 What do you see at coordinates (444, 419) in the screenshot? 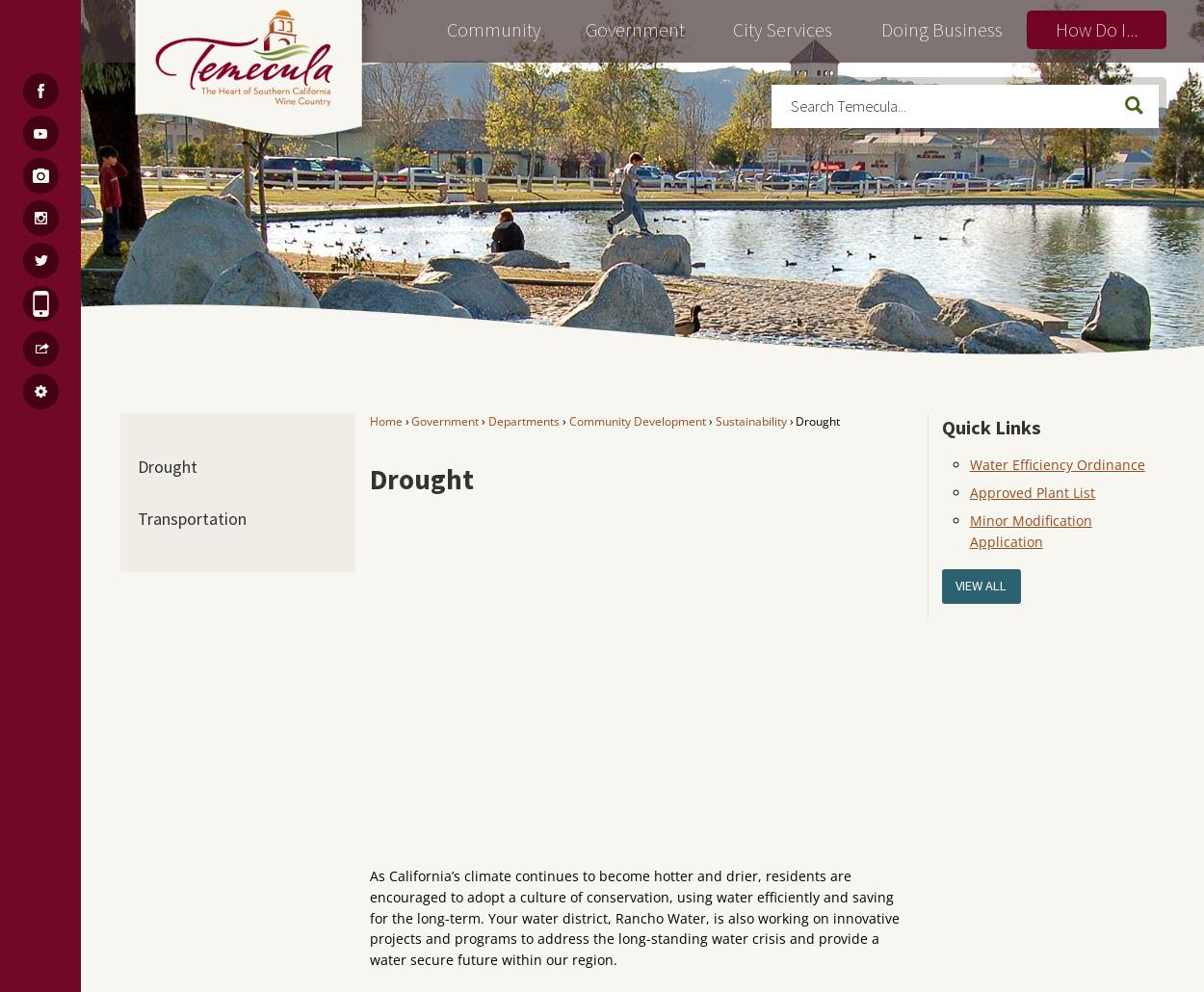
I see `'Government'` at bounding box center [444, 419].